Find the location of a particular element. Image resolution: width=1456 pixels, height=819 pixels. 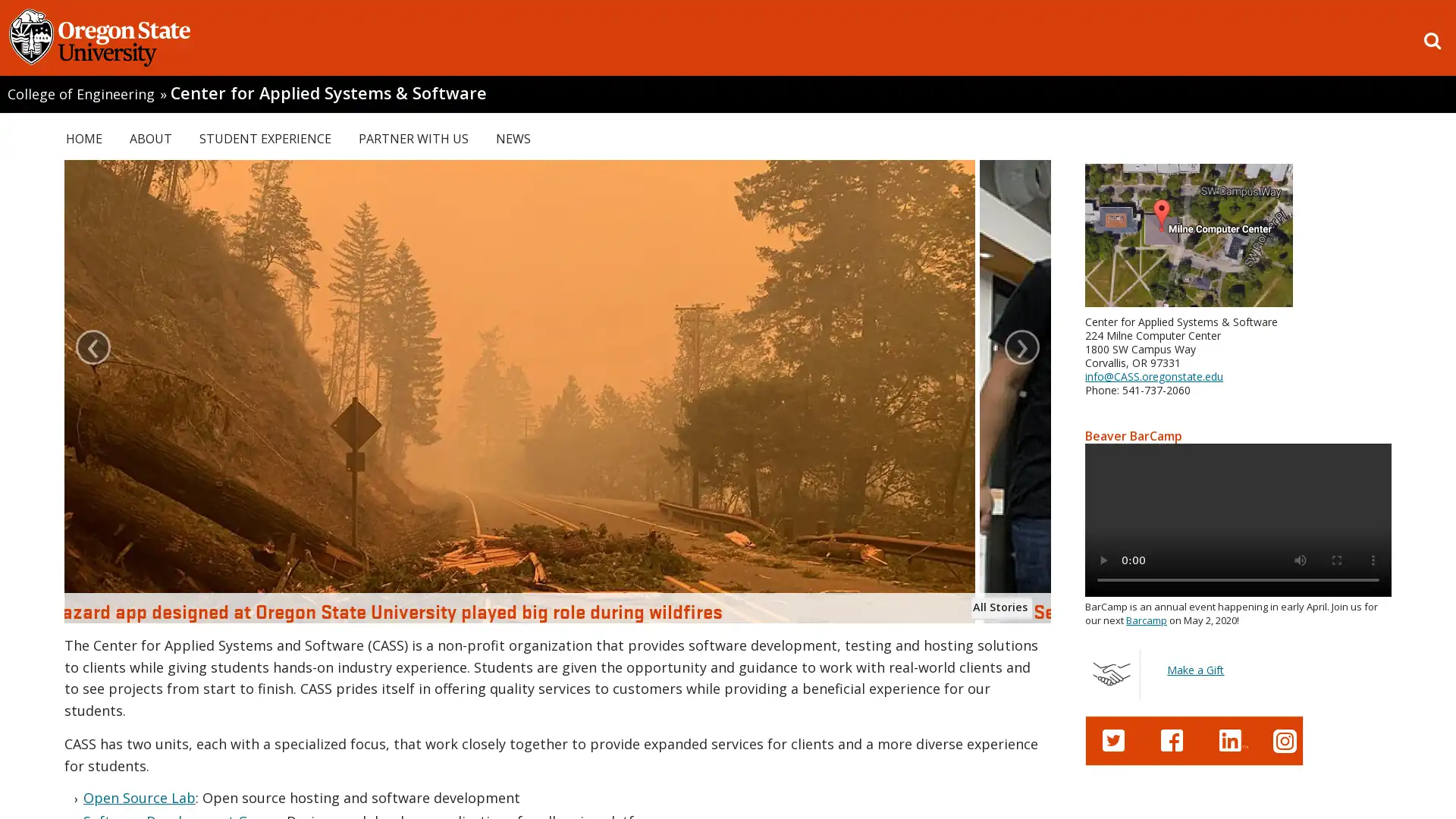

mute is located at coordinates (1298, 559).